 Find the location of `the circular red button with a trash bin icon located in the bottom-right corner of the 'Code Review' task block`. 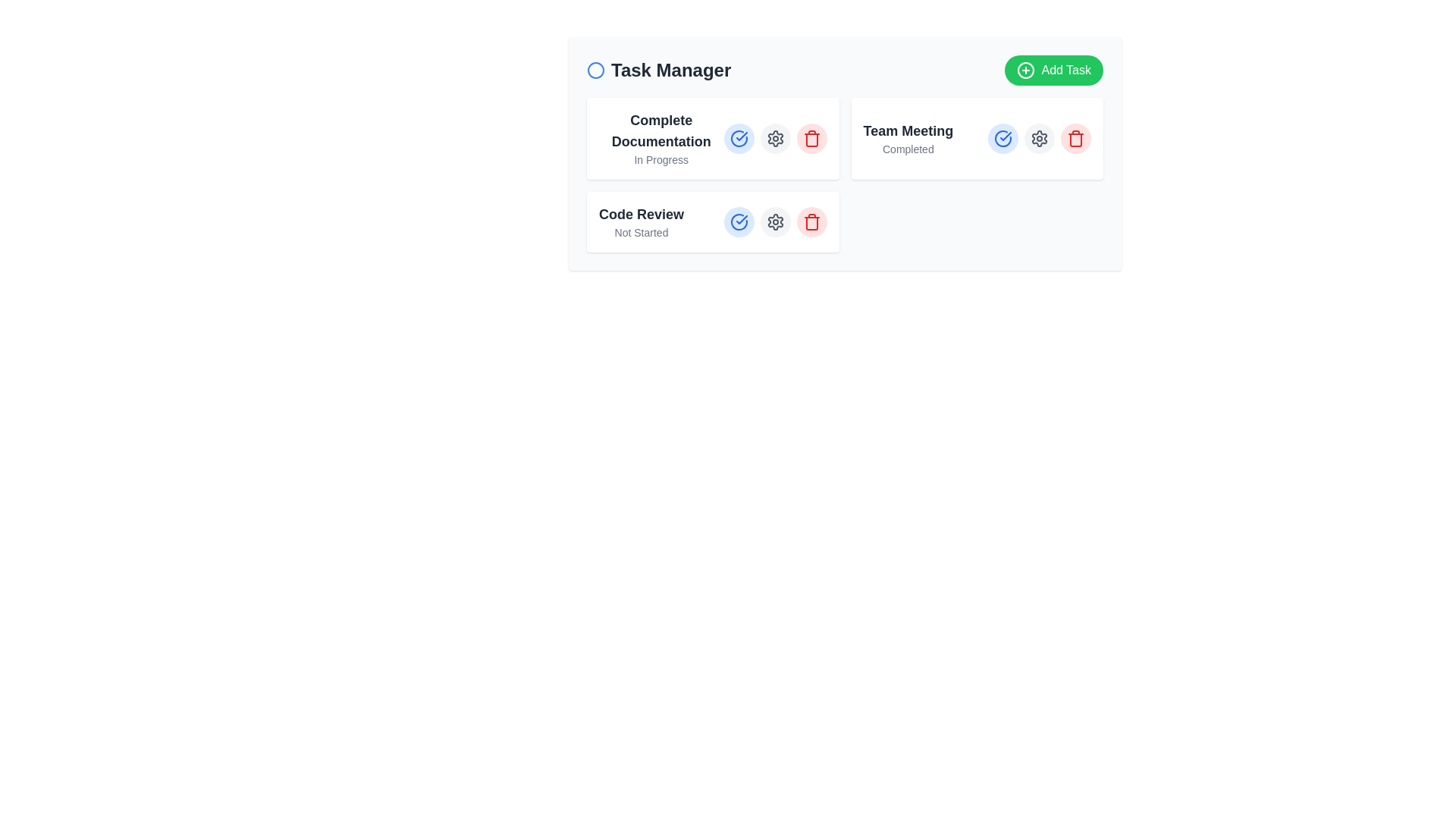

the circular red button with a trash bin icon located in the bottom-right corner of the 'Code Review' task block is located at coordinates (811, 222).